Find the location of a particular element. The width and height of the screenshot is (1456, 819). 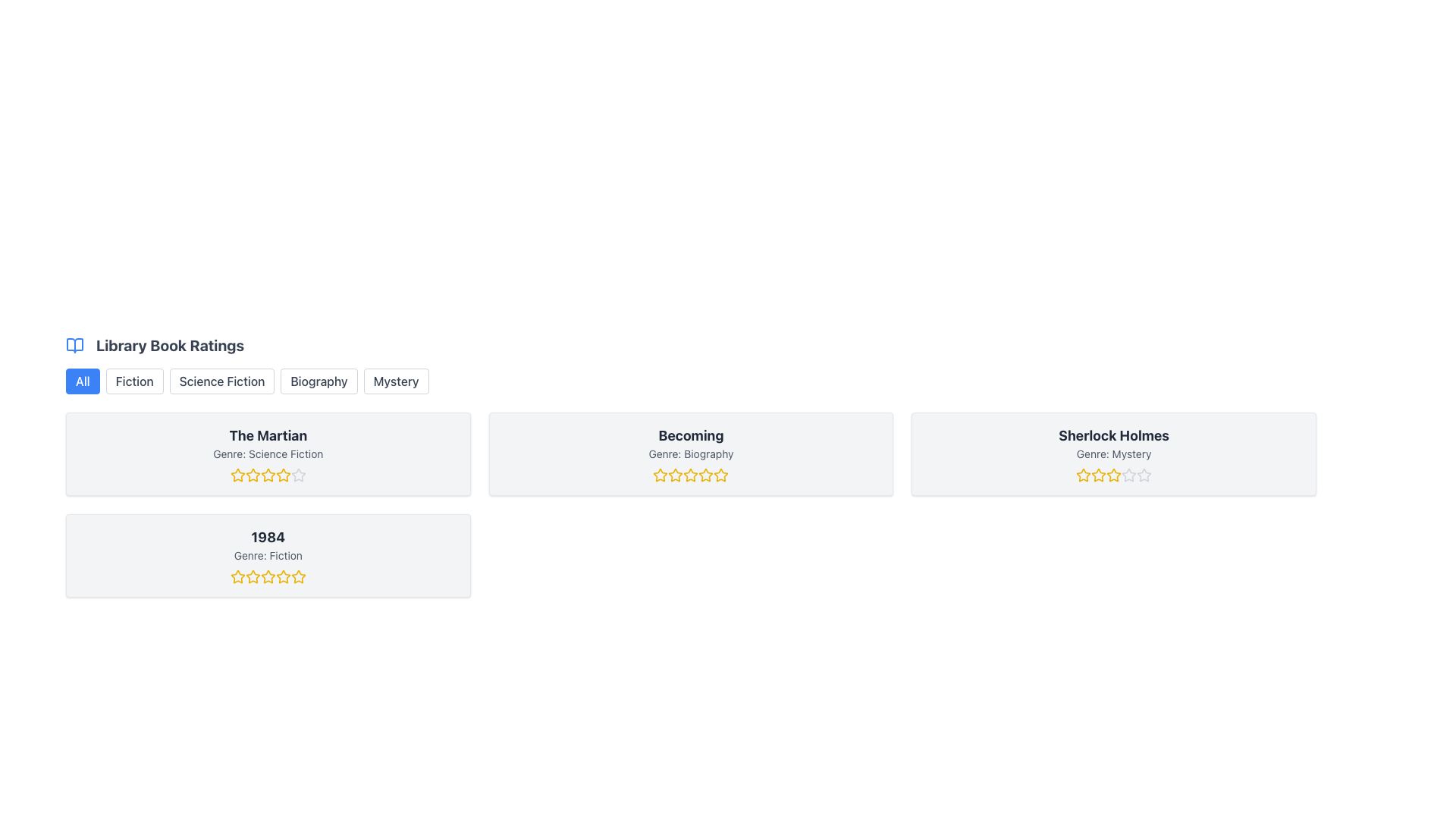

the fifth active rating star under the book titled '1984' is located at coordinates (298, 576).